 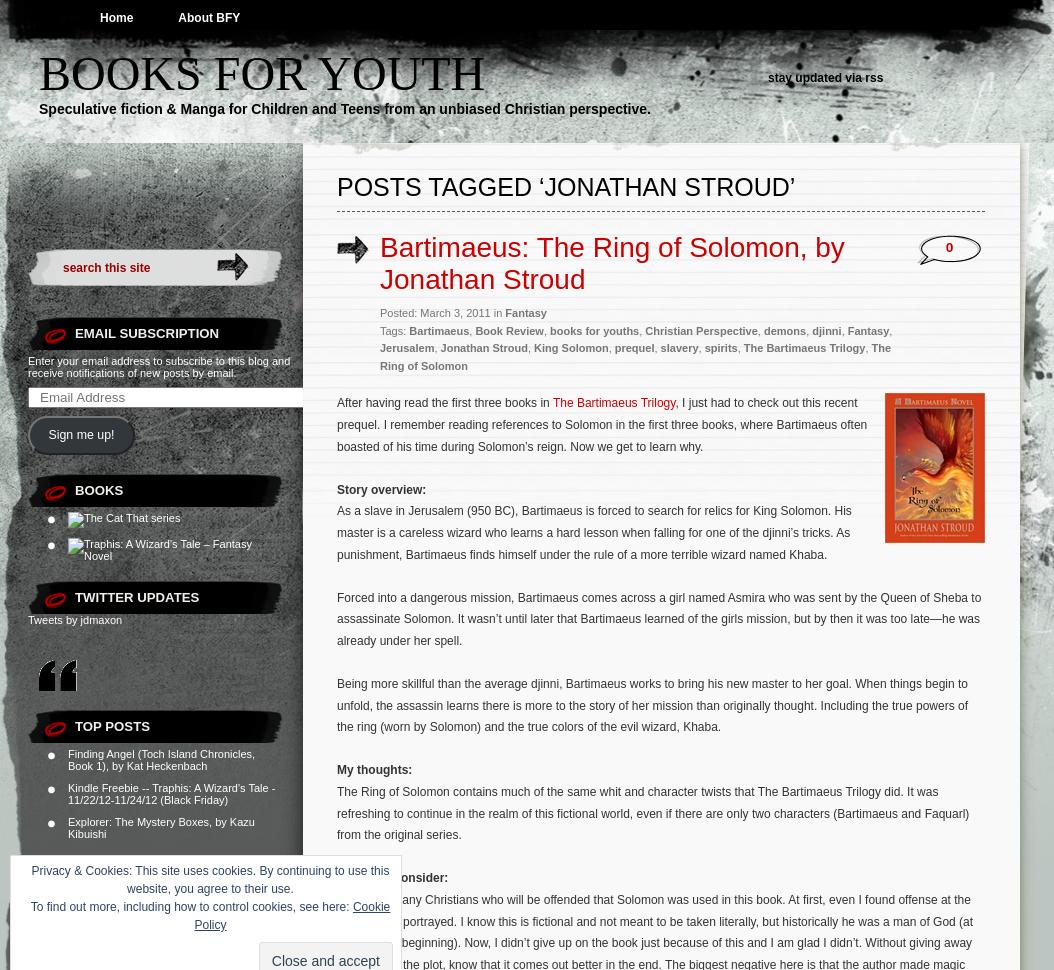 I want to click on 'King Solomon', so click(x=570, y=347).